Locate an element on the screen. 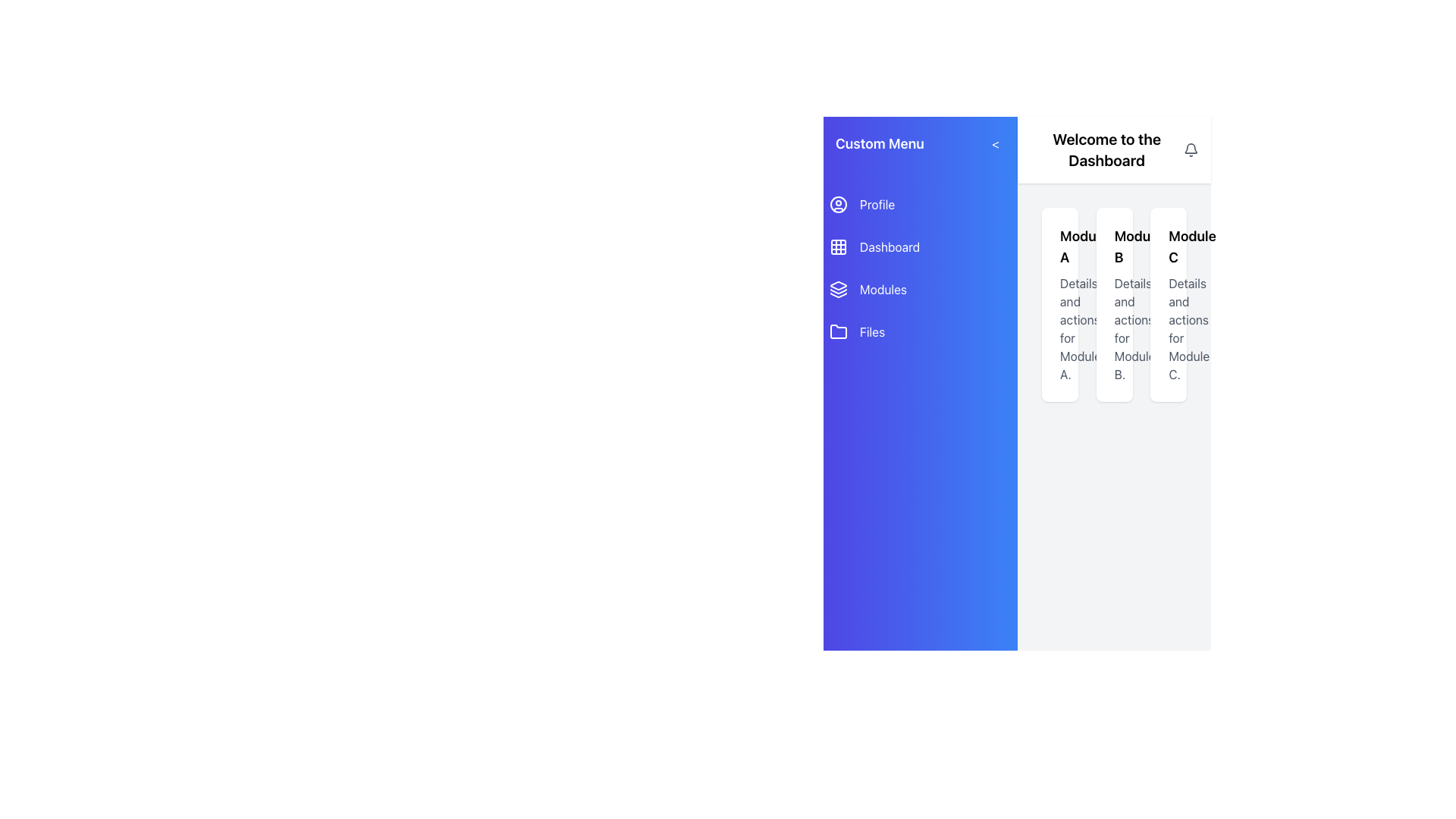  the primary bell shape in the bell icon located in the top-right corner of the dashboard, adjacent to the 'Welcome to the Dashboard' title is located at coordinates (1191, 148).